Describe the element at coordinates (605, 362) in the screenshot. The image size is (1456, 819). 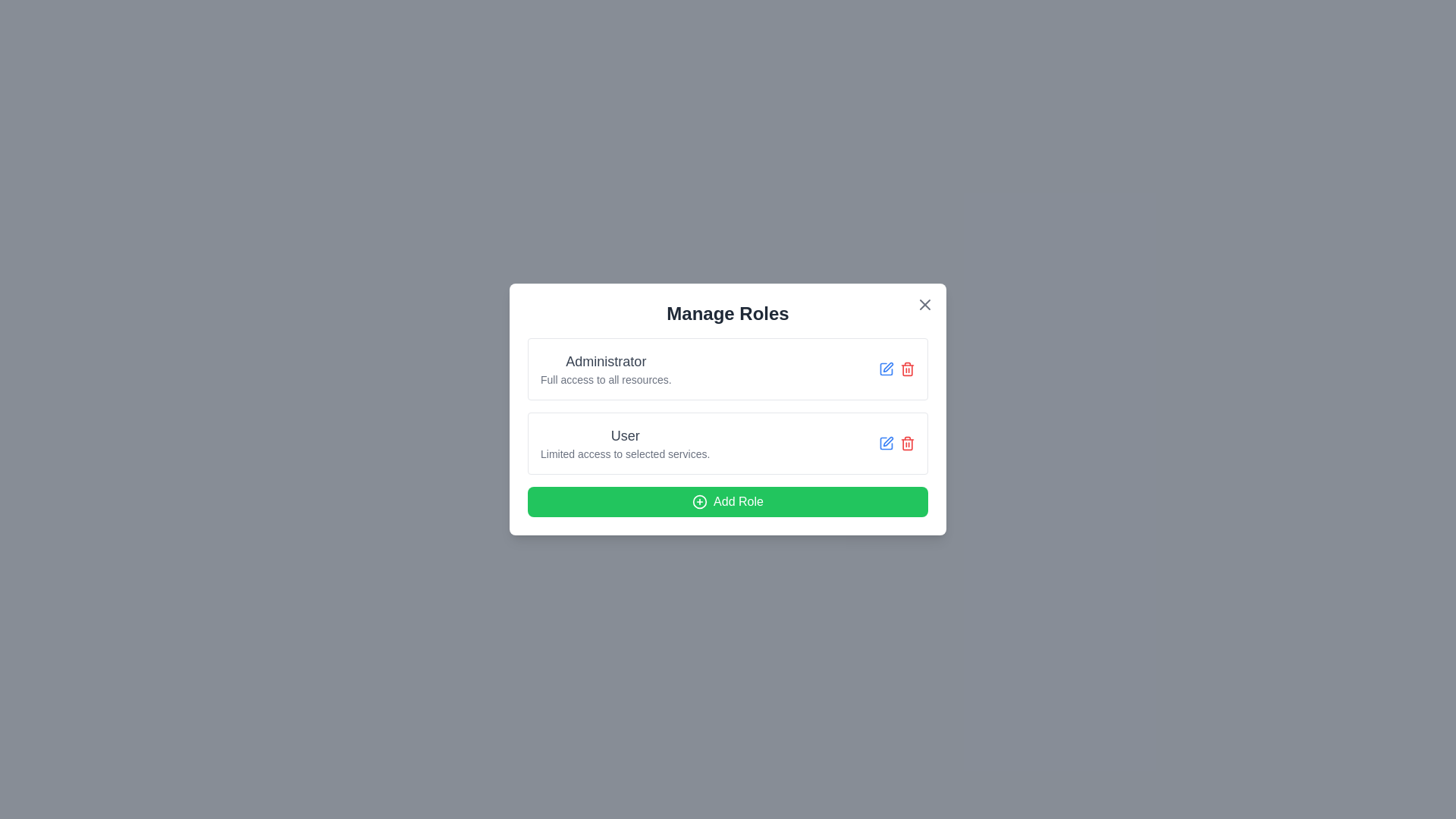
I see `the 'Administrator' label, which is styled as a heading in grayish black color and is located at the top of the 'Administrator' section in the 'Manage Roles' modal dialog` at that location.